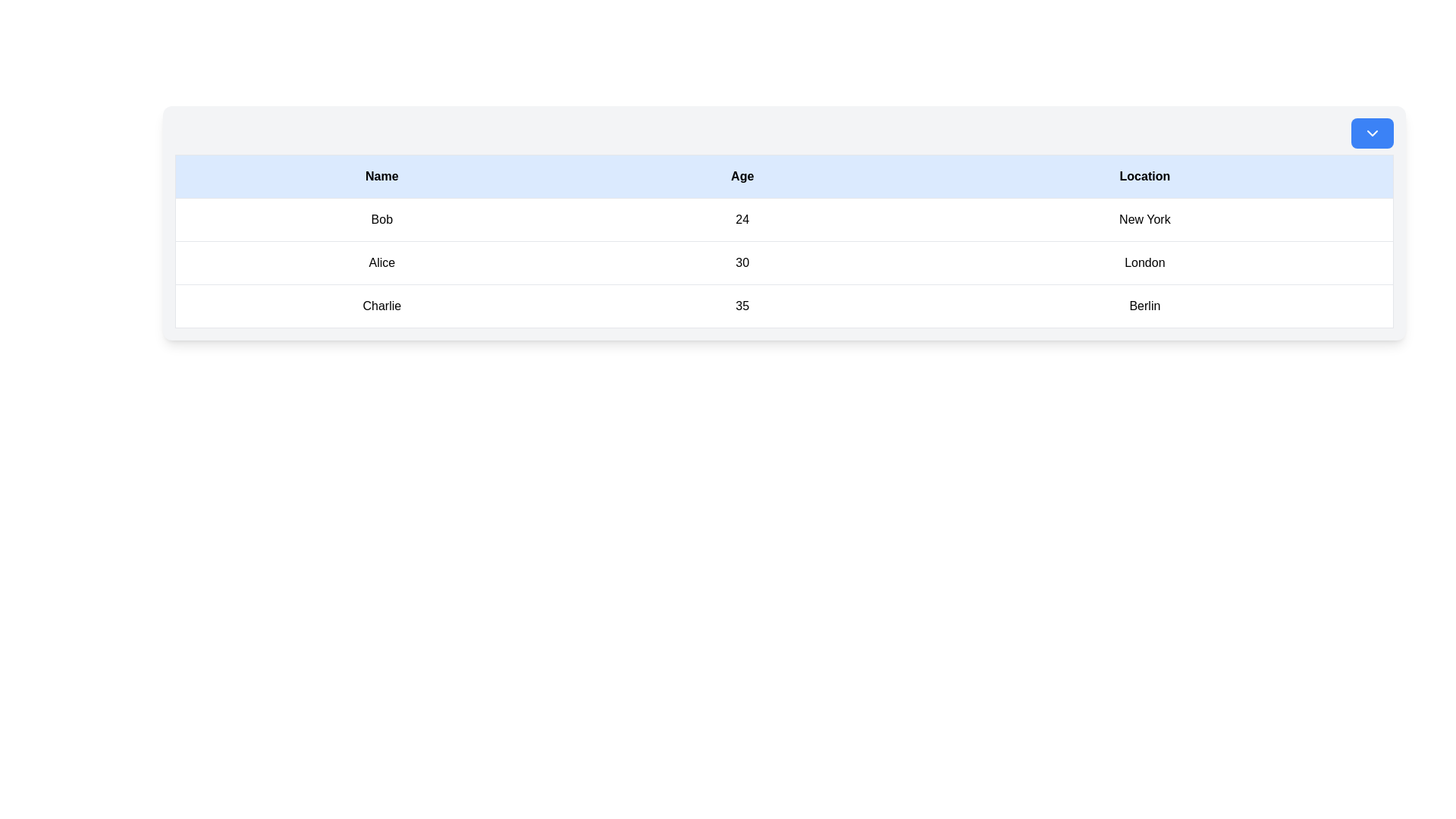 Image resolution: width=1456 pixels, height=819 pixels. I want to click on the numeric value '24' in the 'Age' column of the table, which is styled with moderate padding and a gray border at the bottom, so click(742, 219).